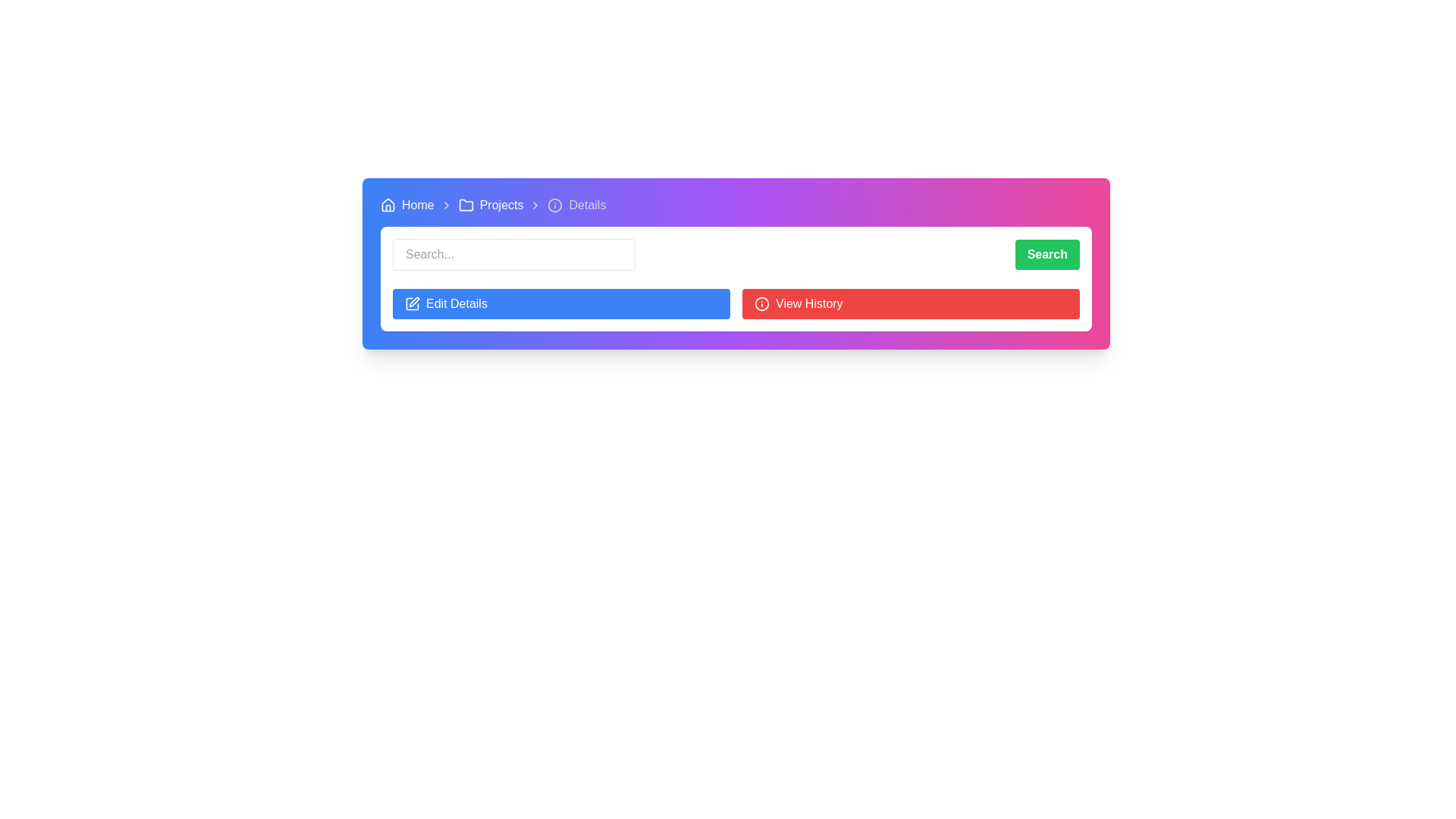 This screenshot has width=1456, height=819. What do you see at coordinates (414, 302) in the screenshot?
I see `the 'Edit Details' button, which features a pen icon located to the left of the button's text in the bottom left corner of the interactive area` at bounding box center [414, 302].